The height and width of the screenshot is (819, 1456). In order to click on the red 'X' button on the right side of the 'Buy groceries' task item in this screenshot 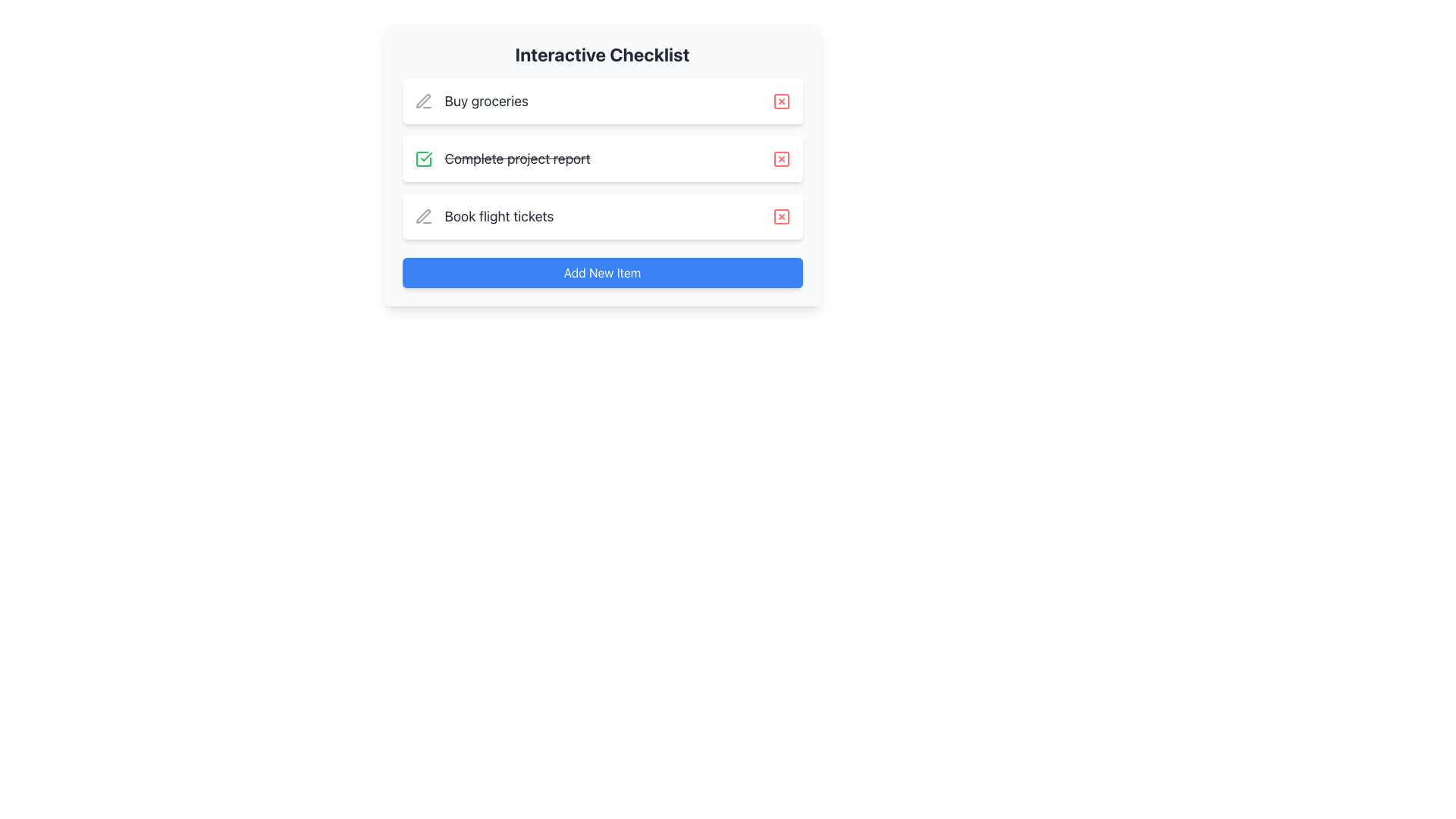, I will do `click(781, 102)`.